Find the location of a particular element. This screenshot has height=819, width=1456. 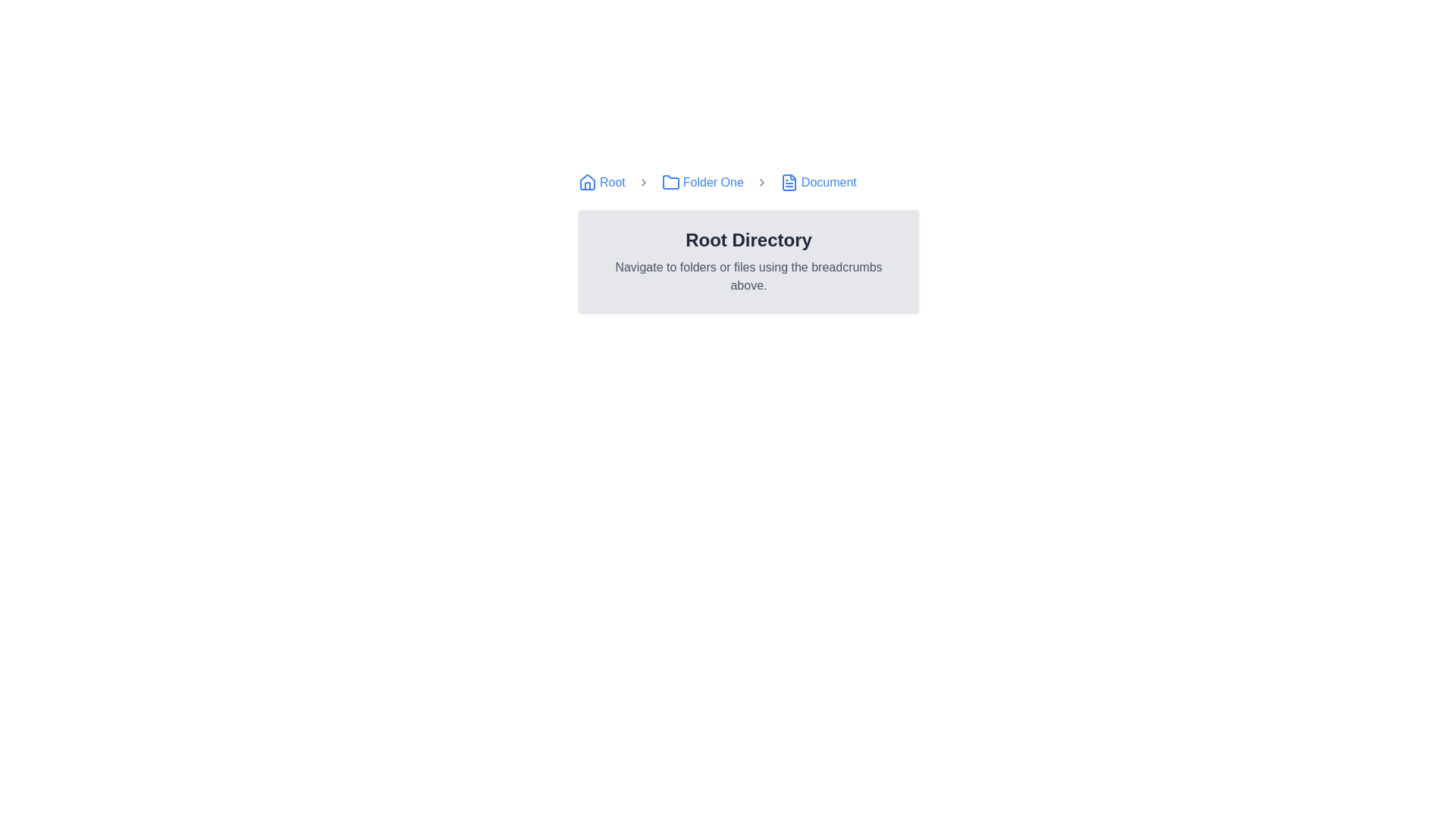

the Breadcrumb Navigation Component located at the top-center of the interface is located at coordinates (748, 181).